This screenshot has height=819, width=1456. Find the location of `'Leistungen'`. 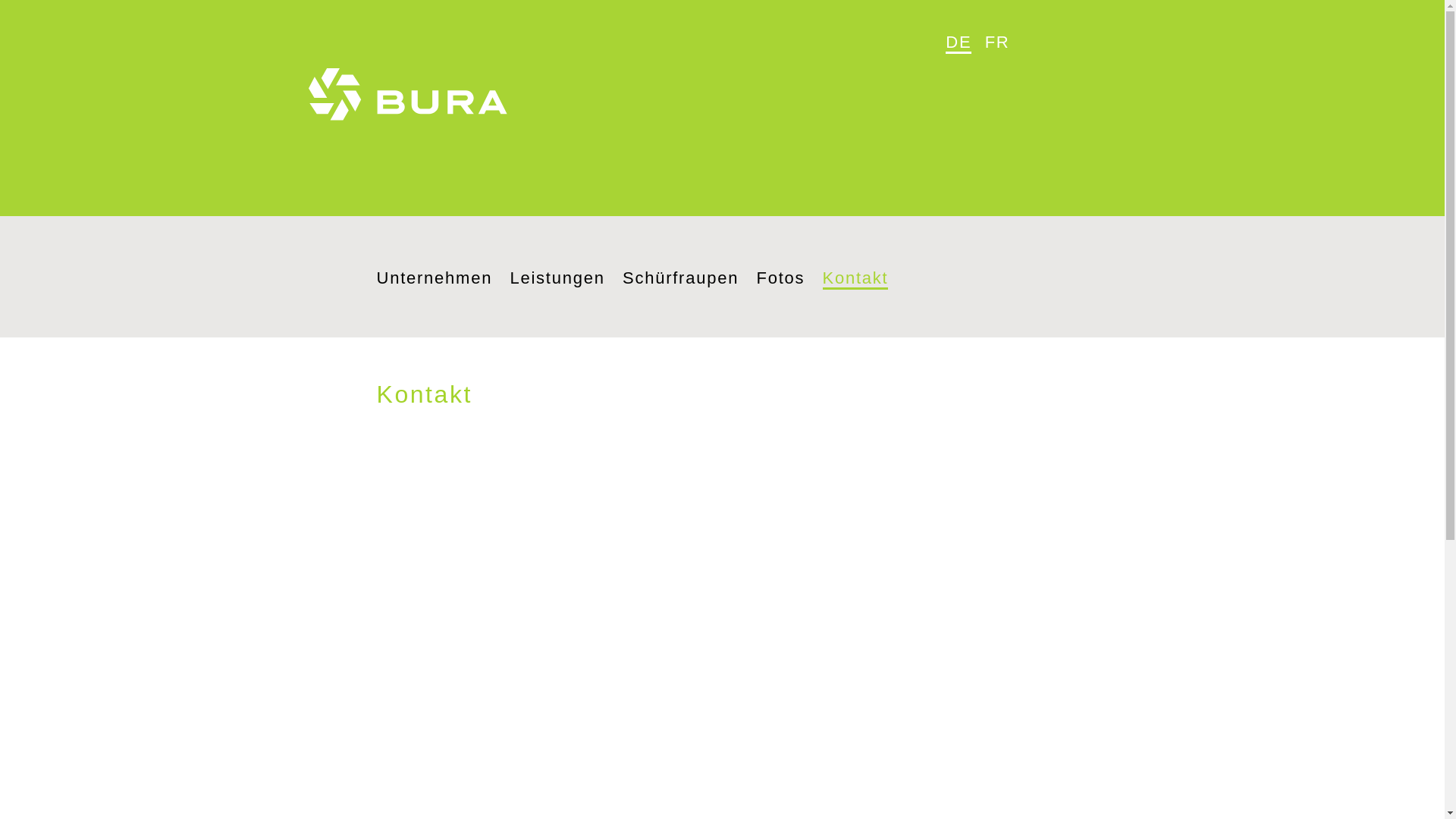

'Leistungen' is located at coordinates (510, 278).